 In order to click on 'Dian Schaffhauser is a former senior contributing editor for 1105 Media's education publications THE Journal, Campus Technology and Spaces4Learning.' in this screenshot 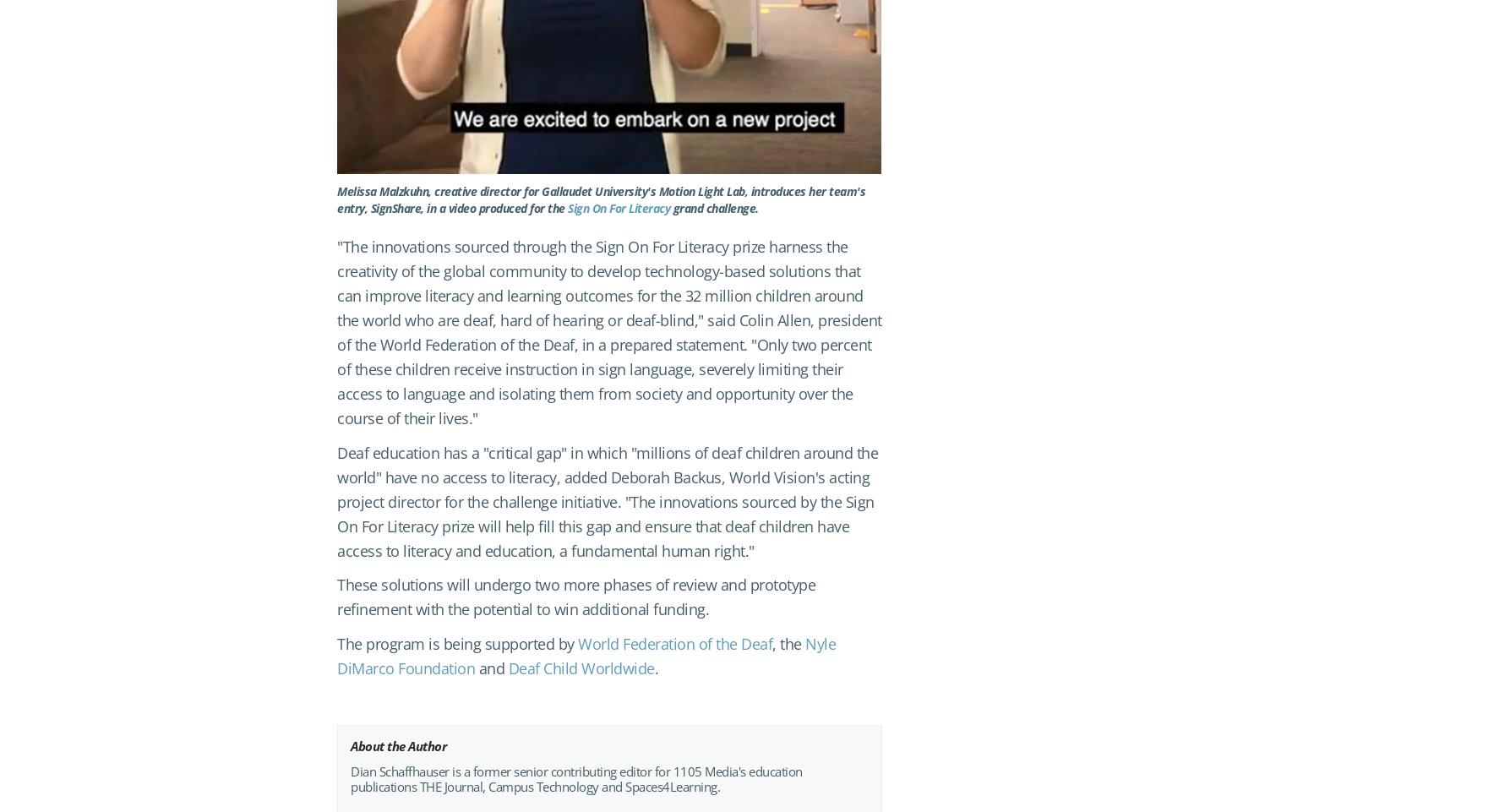, I will do `click(575, 778)`.